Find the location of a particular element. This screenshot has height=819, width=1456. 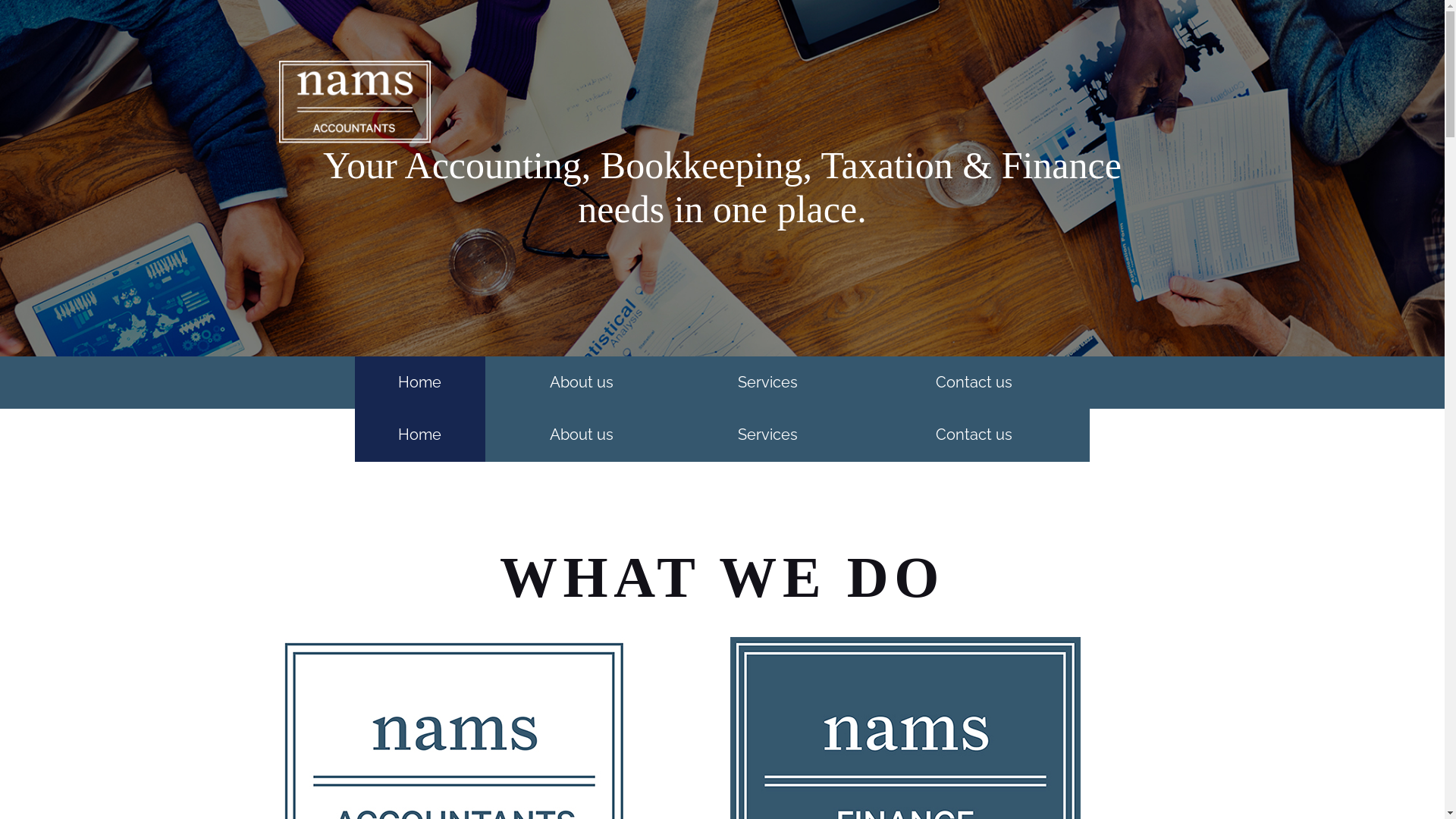

'Home' is located at coordinates (353, 435).